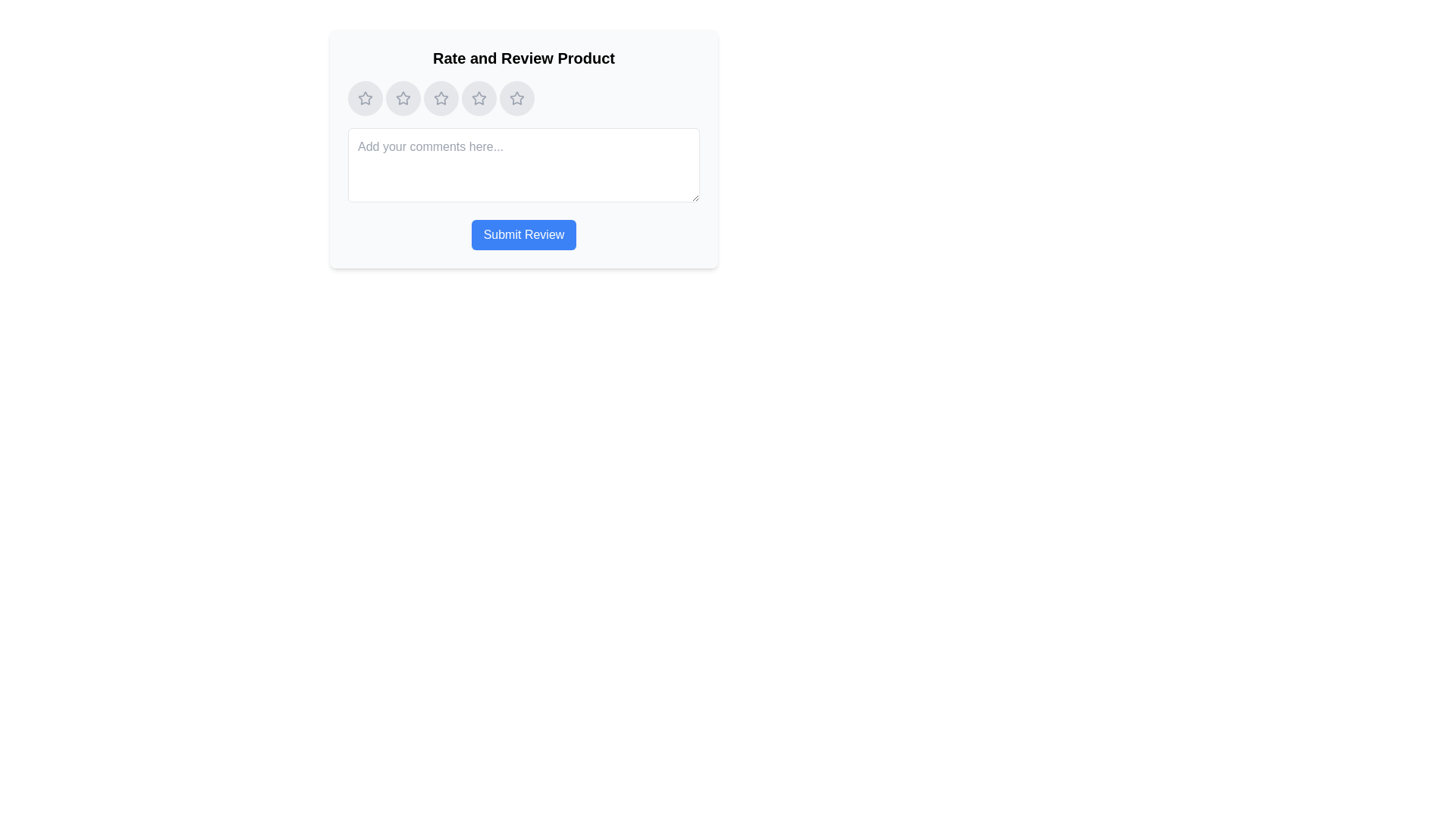  Describe the element at coordinates (403, 99) in the screenshot. I see `the second rating star in the five-star rating system under the 'Rate and Review Product' header` at that location.